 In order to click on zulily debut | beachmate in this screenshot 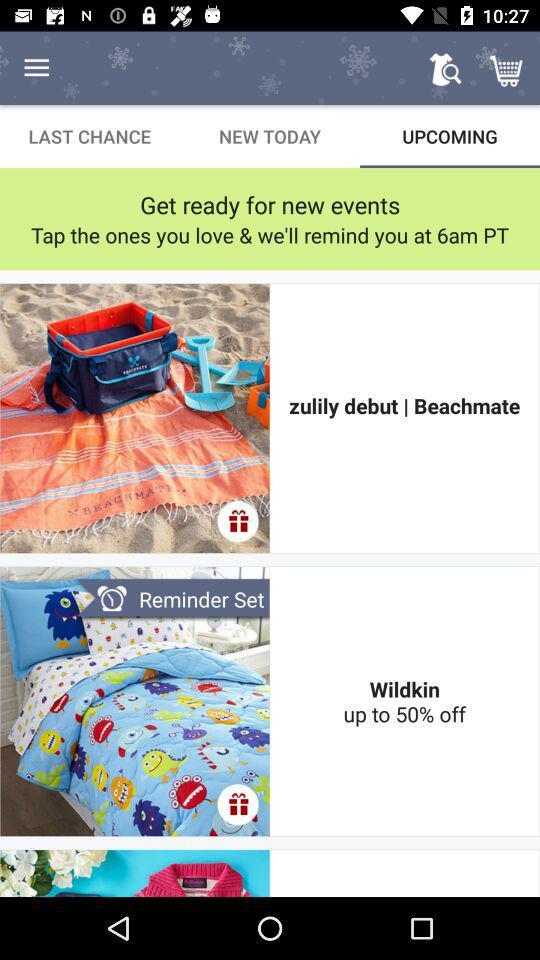, I will do `click(404, 417)`.